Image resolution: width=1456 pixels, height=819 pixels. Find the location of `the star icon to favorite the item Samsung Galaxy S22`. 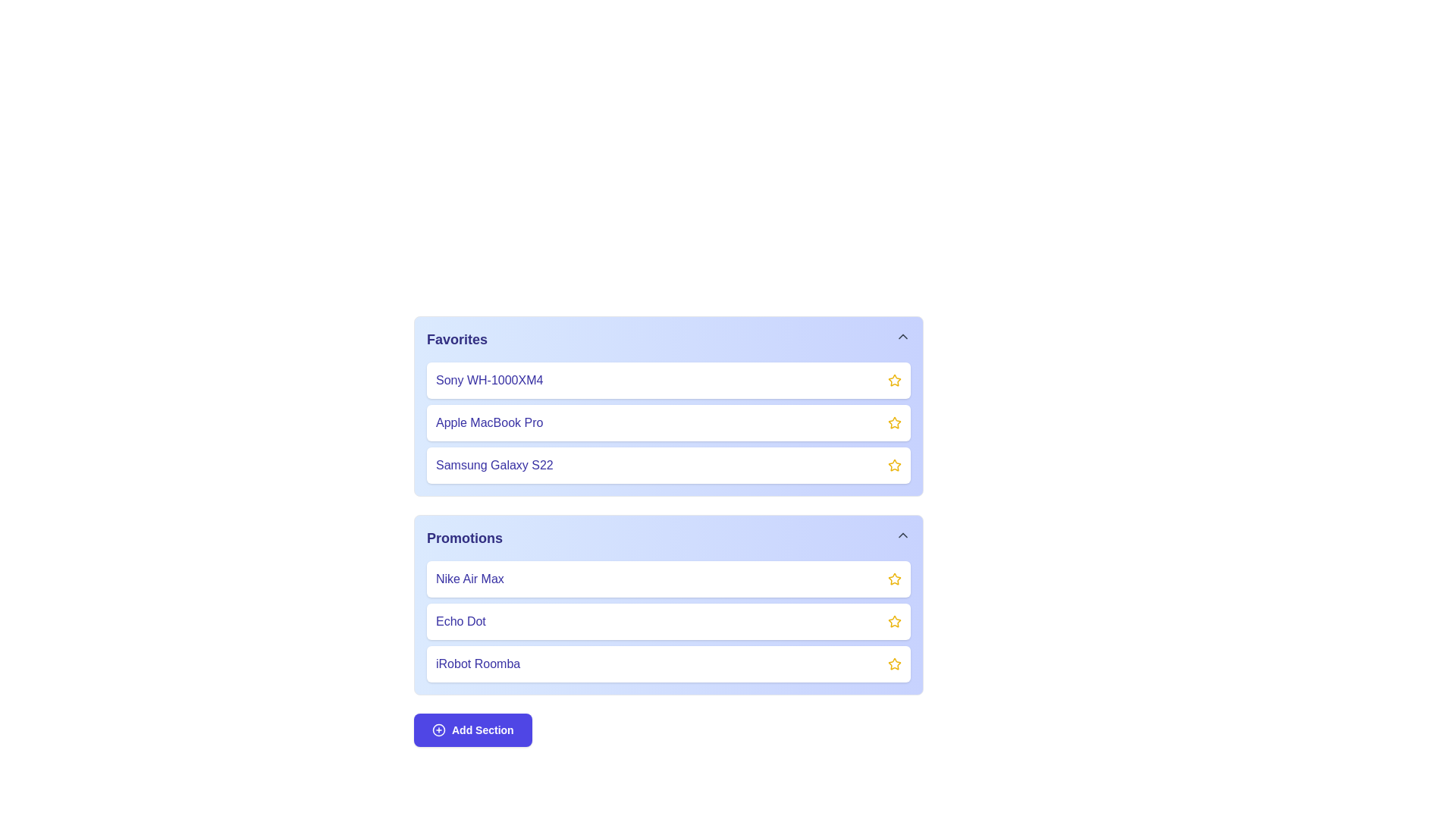

the star icon to favorite the item Samsung Galaxy S22 is located at coordinates (895, 464).